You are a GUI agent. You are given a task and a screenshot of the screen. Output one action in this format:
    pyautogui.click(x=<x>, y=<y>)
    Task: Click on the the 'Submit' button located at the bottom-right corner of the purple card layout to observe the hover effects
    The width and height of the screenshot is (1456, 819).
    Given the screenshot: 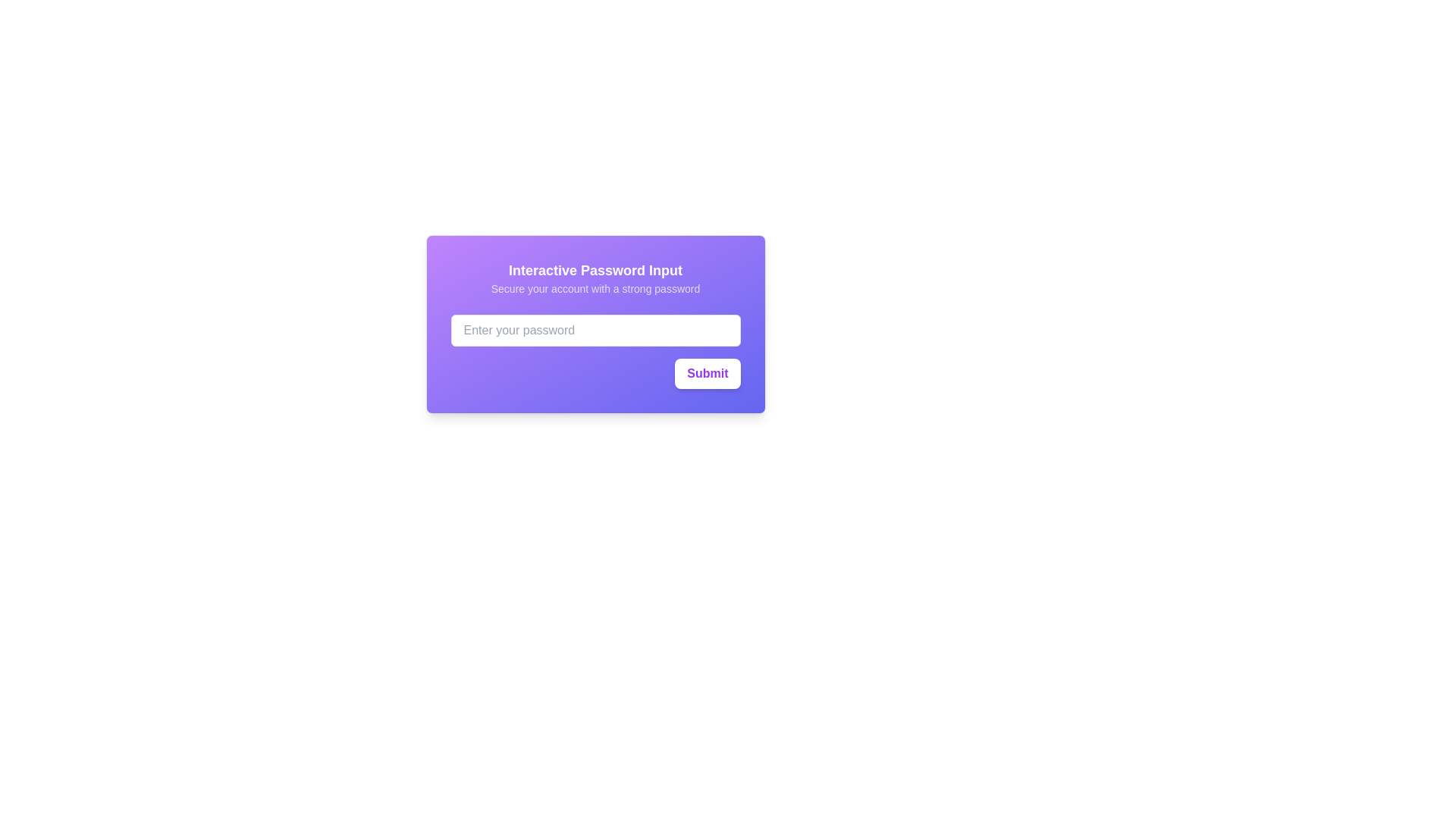 What is the action you would take?
    pyautogui.click(x=707, y=374)
    